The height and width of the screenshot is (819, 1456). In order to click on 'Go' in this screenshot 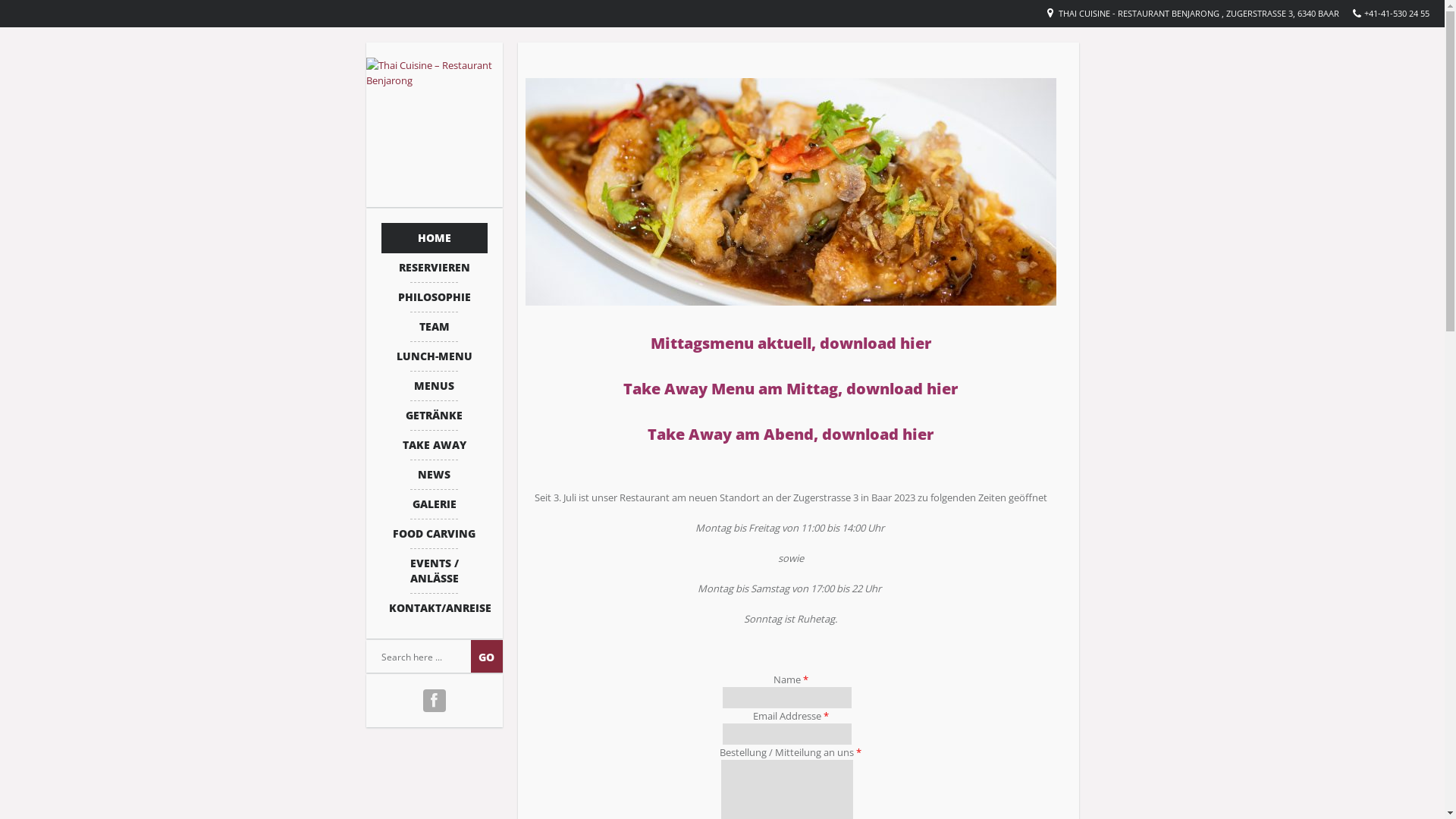, I will do `click(486, 655)`.